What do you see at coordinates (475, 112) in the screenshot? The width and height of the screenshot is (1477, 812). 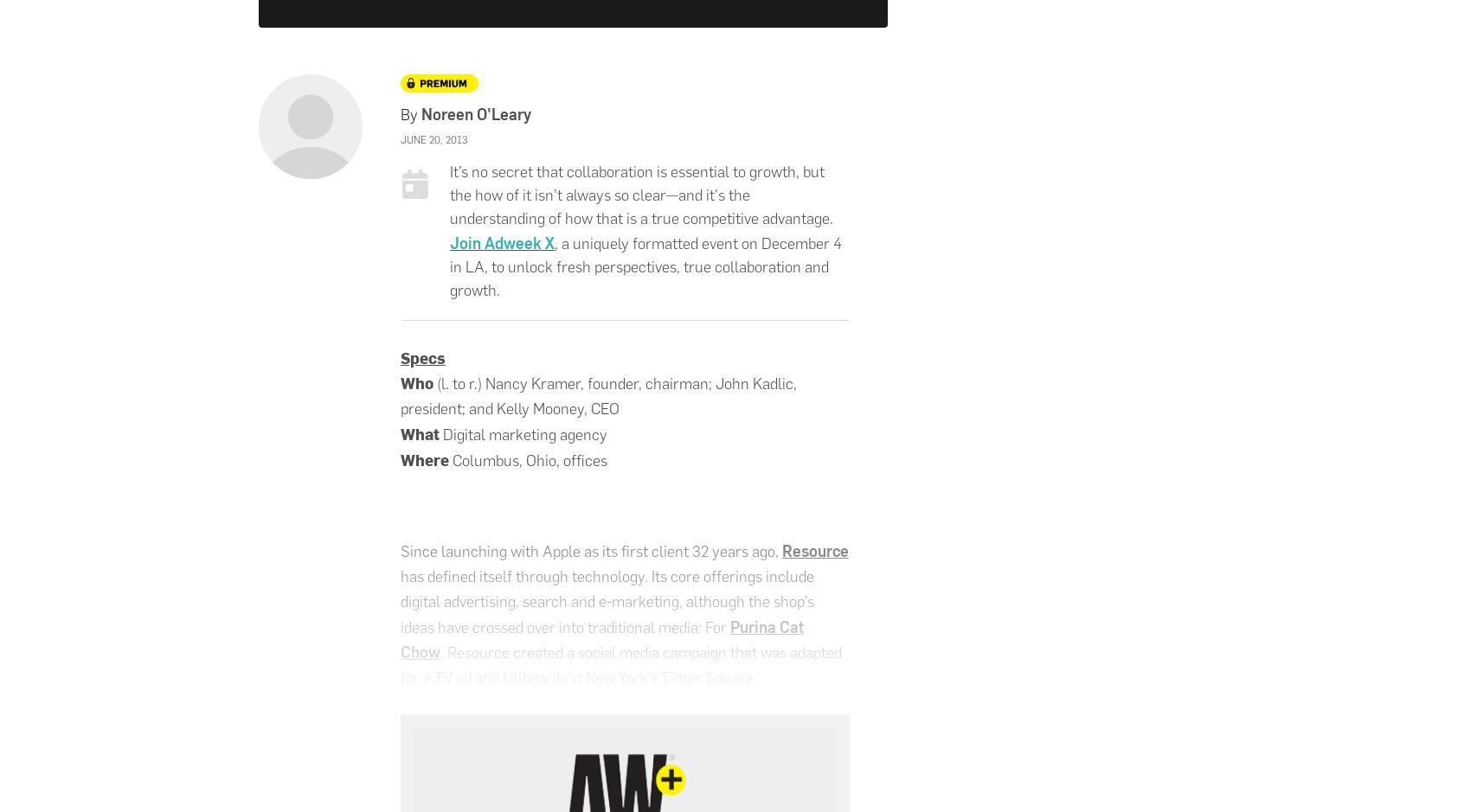 I see `'Noreen O'Leary'` at bounding box center [475, 112].